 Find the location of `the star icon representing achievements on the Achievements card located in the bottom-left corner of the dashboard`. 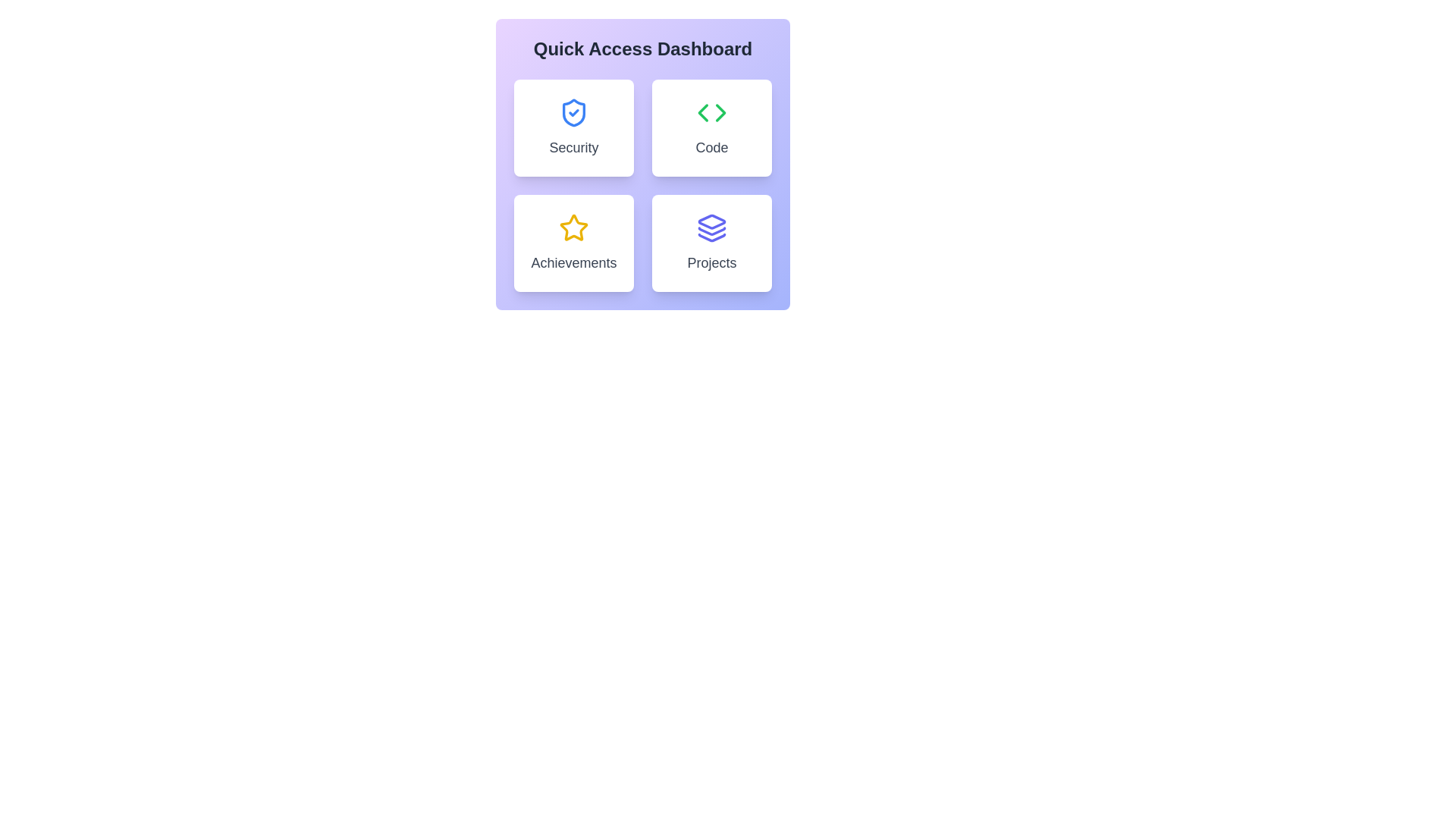

the star icon representing achievements on the Achievements card located in the bottom-left corner of the dashboard is located at coordinates (573, 227).